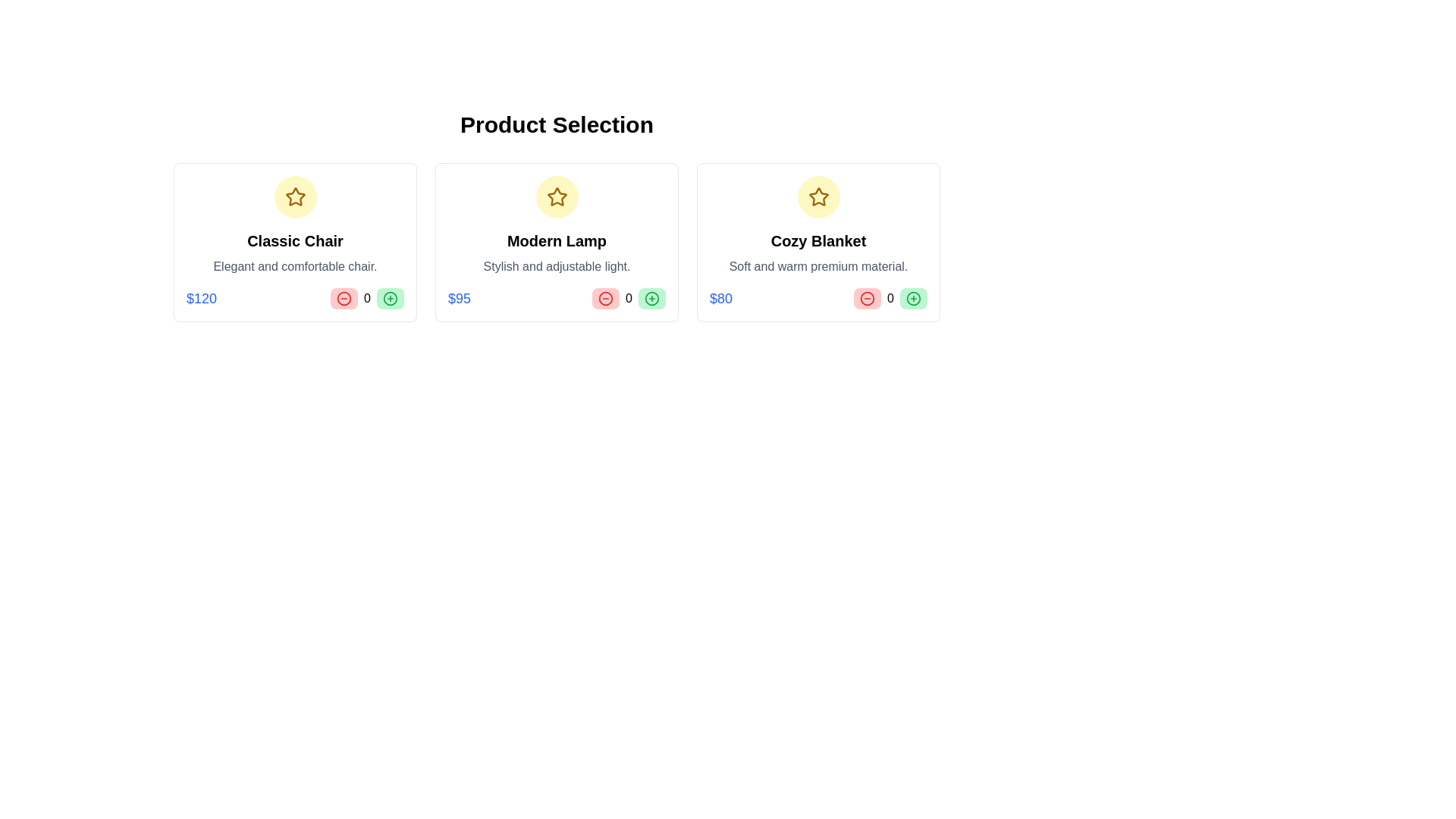 This screenshot has width=1456, height=819. I want to click on the price information ('$120') in the product card for the 'Classic Chair' to observe any possible tooltips, so click(295, 298).